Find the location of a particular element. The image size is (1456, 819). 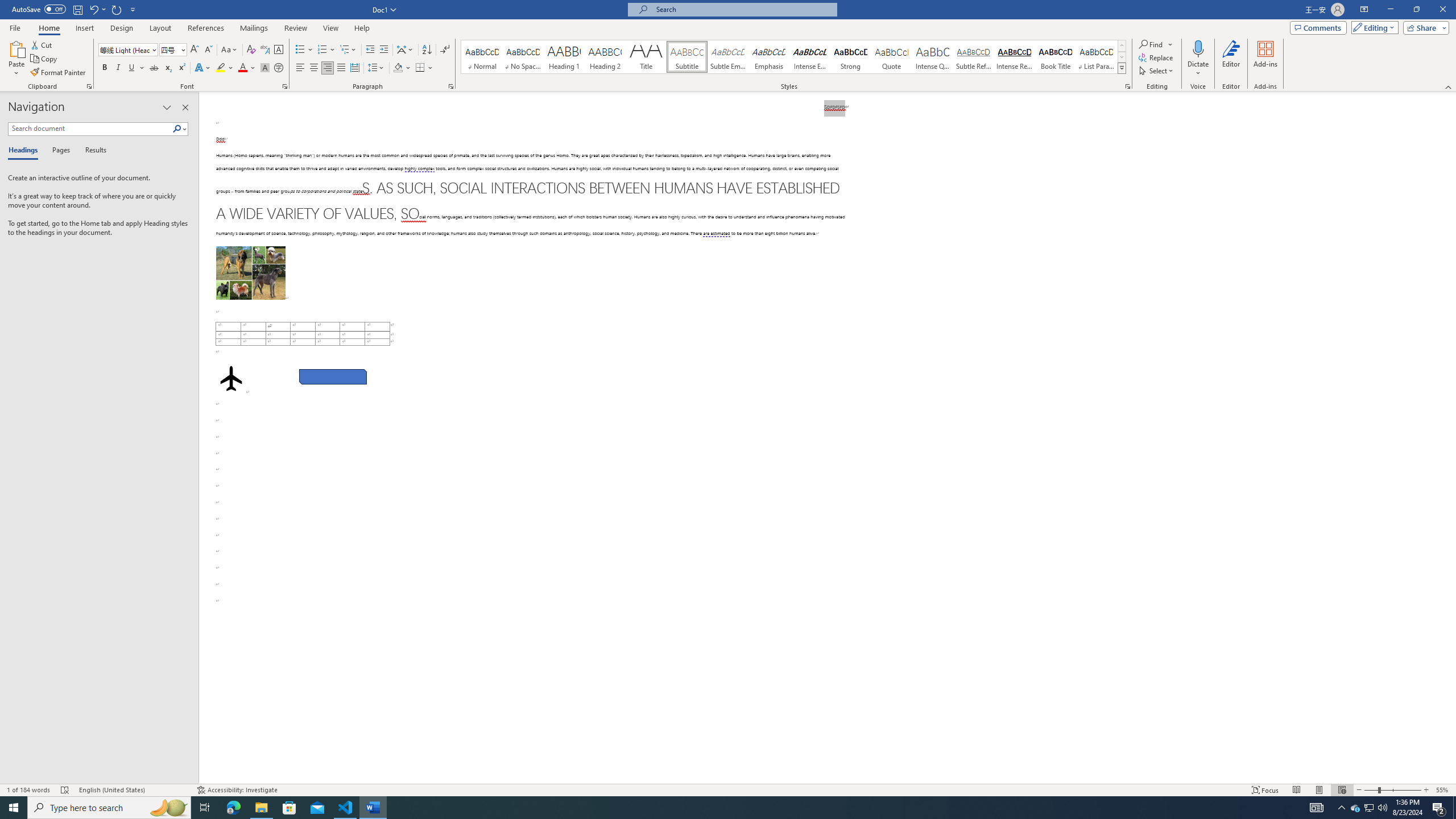

'Intense Emphasis' is located at coordinates (809, 56).